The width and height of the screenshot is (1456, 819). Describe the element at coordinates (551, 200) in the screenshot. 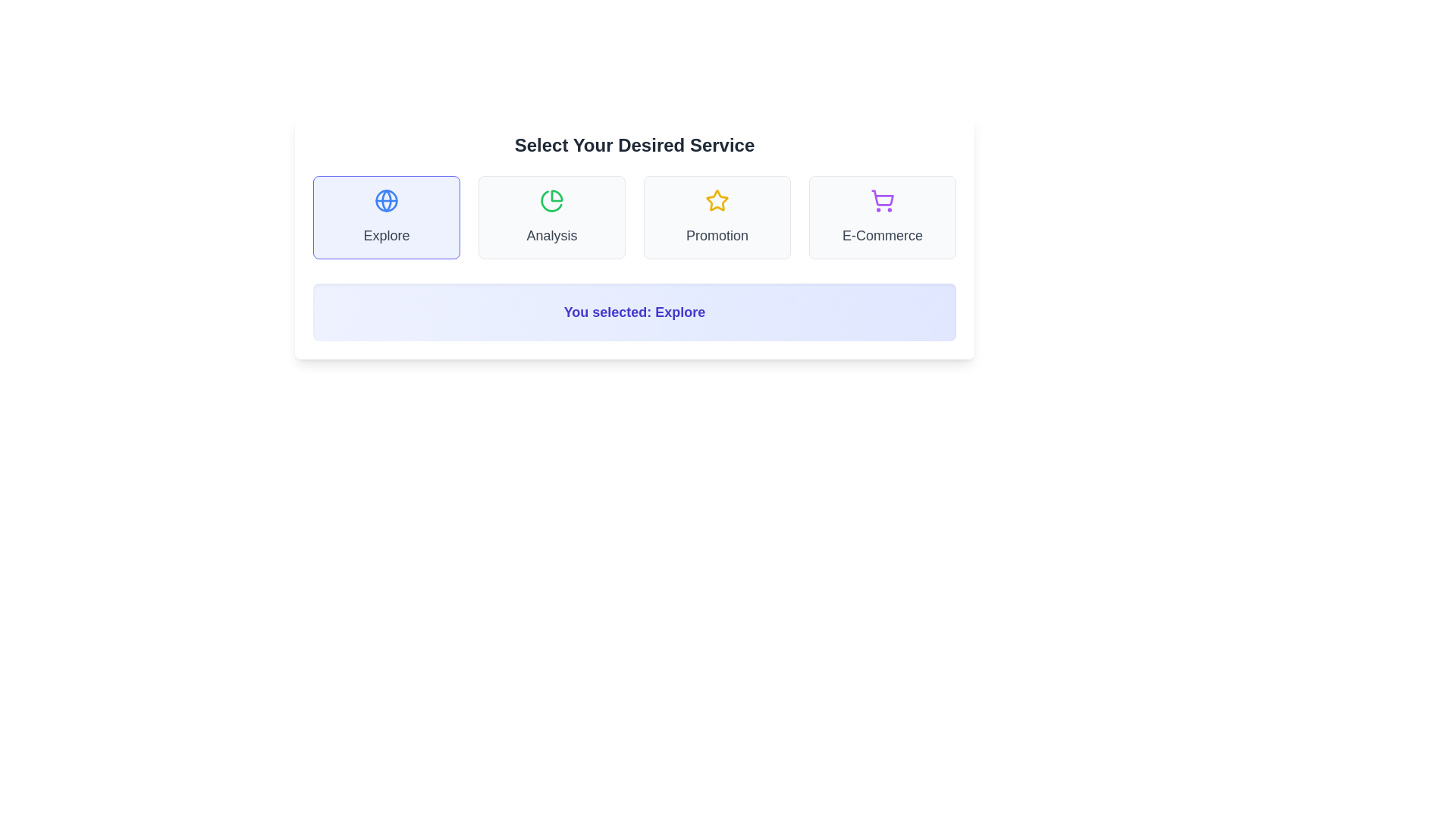

I see `the 'Analysis' service icon, which is located directly above the 'Analysis' label in the service selection interface` at that location.